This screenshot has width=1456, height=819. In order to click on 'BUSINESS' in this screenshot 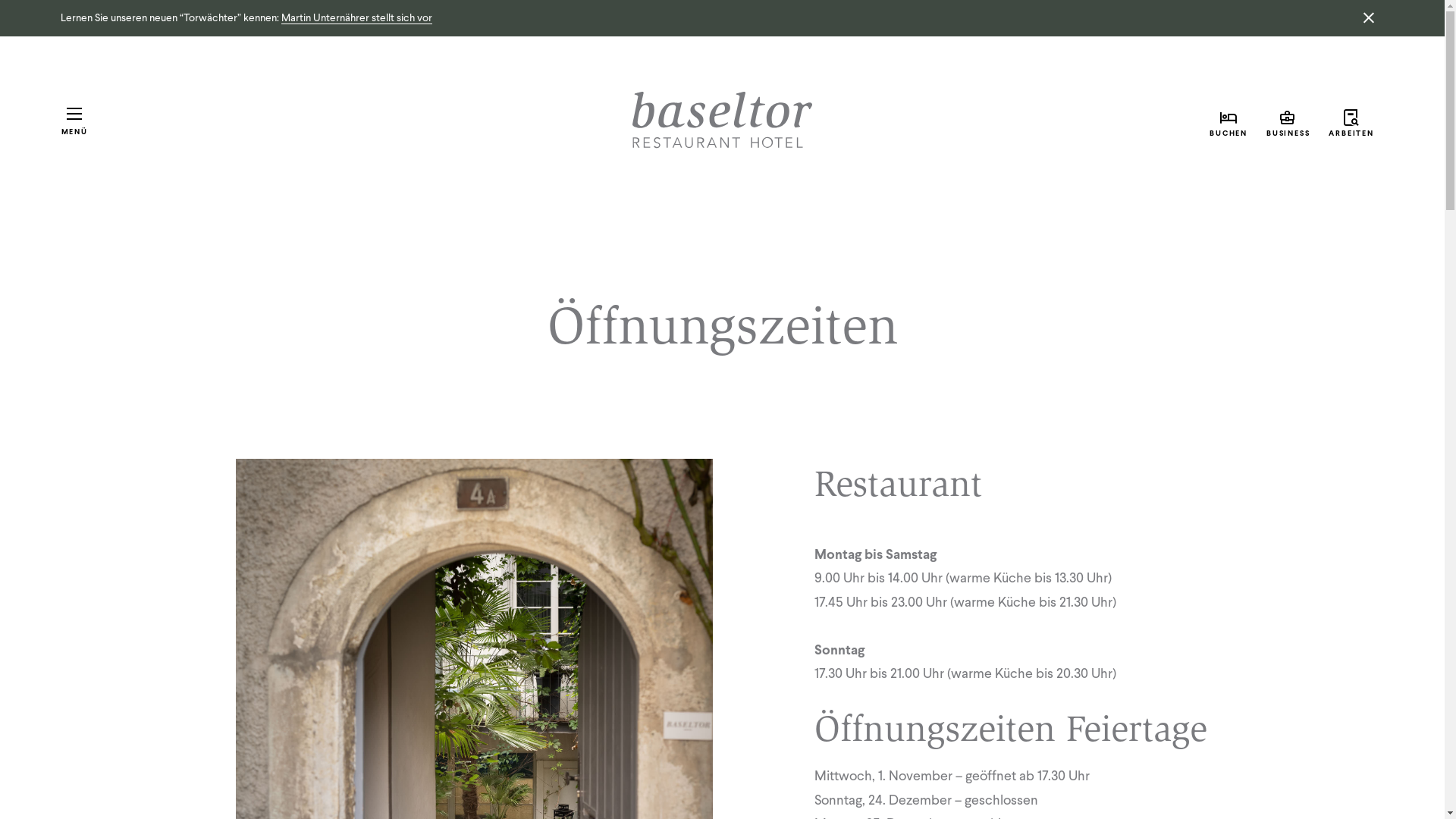, I will do `click(1288, 120)`.